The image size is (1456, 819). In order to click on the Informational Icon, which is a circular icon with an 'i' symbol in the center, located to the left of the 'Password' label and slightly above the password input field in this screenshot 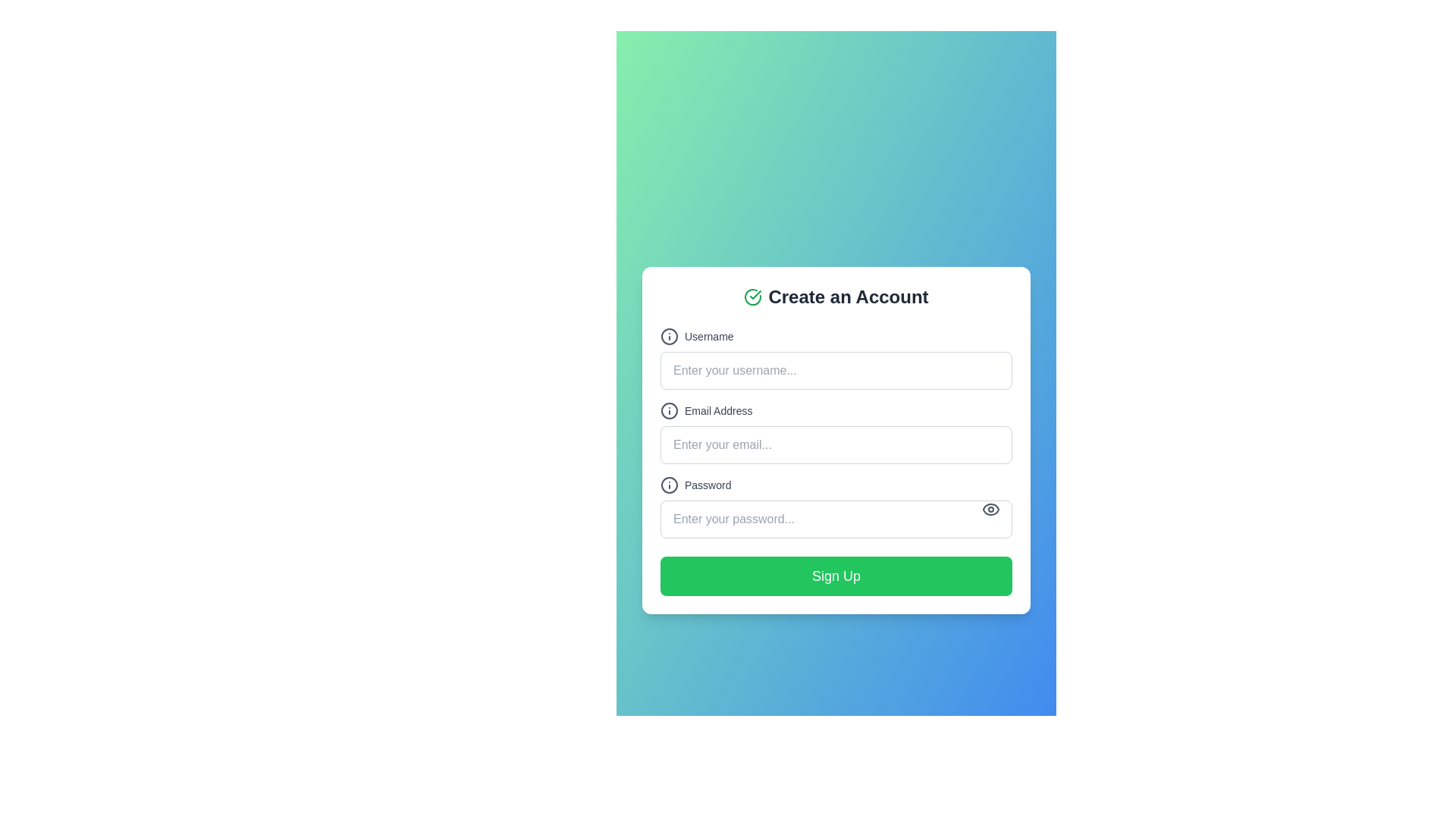, I will do `click(669, 485)`.